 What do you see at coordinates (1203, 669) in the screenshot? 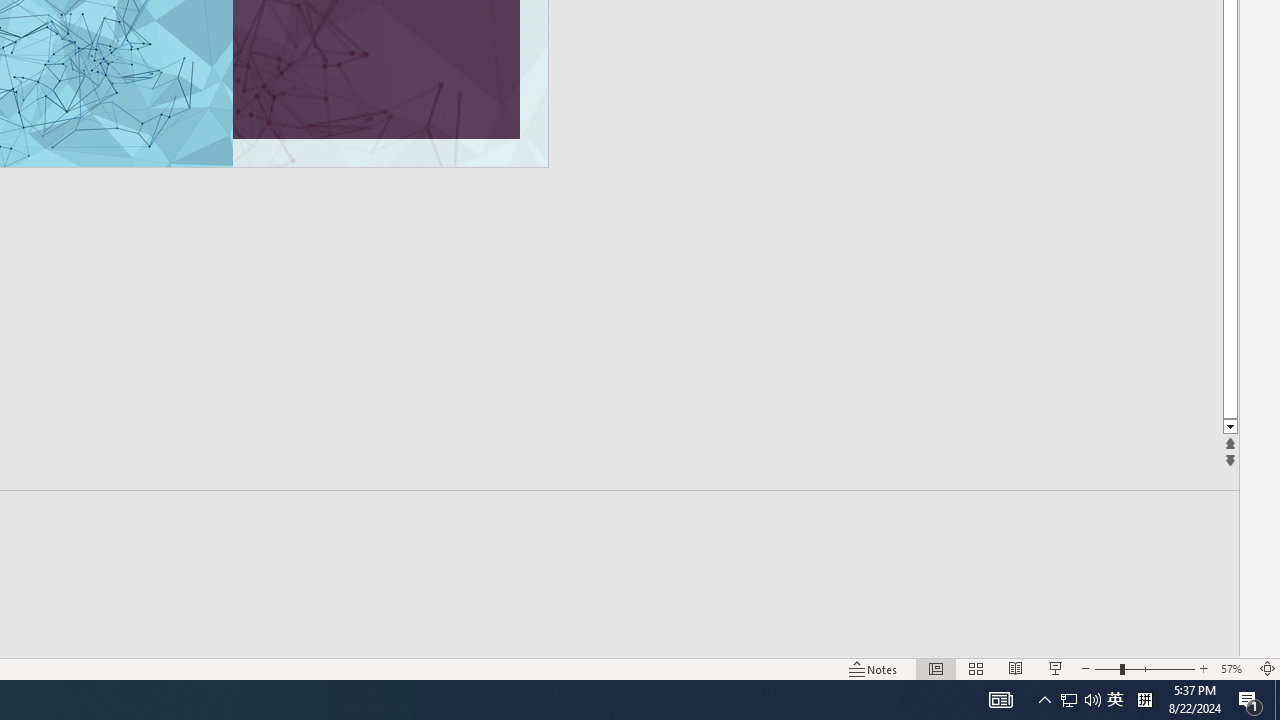
I see `'Zoom In'` at bounding box center [1203, 669].